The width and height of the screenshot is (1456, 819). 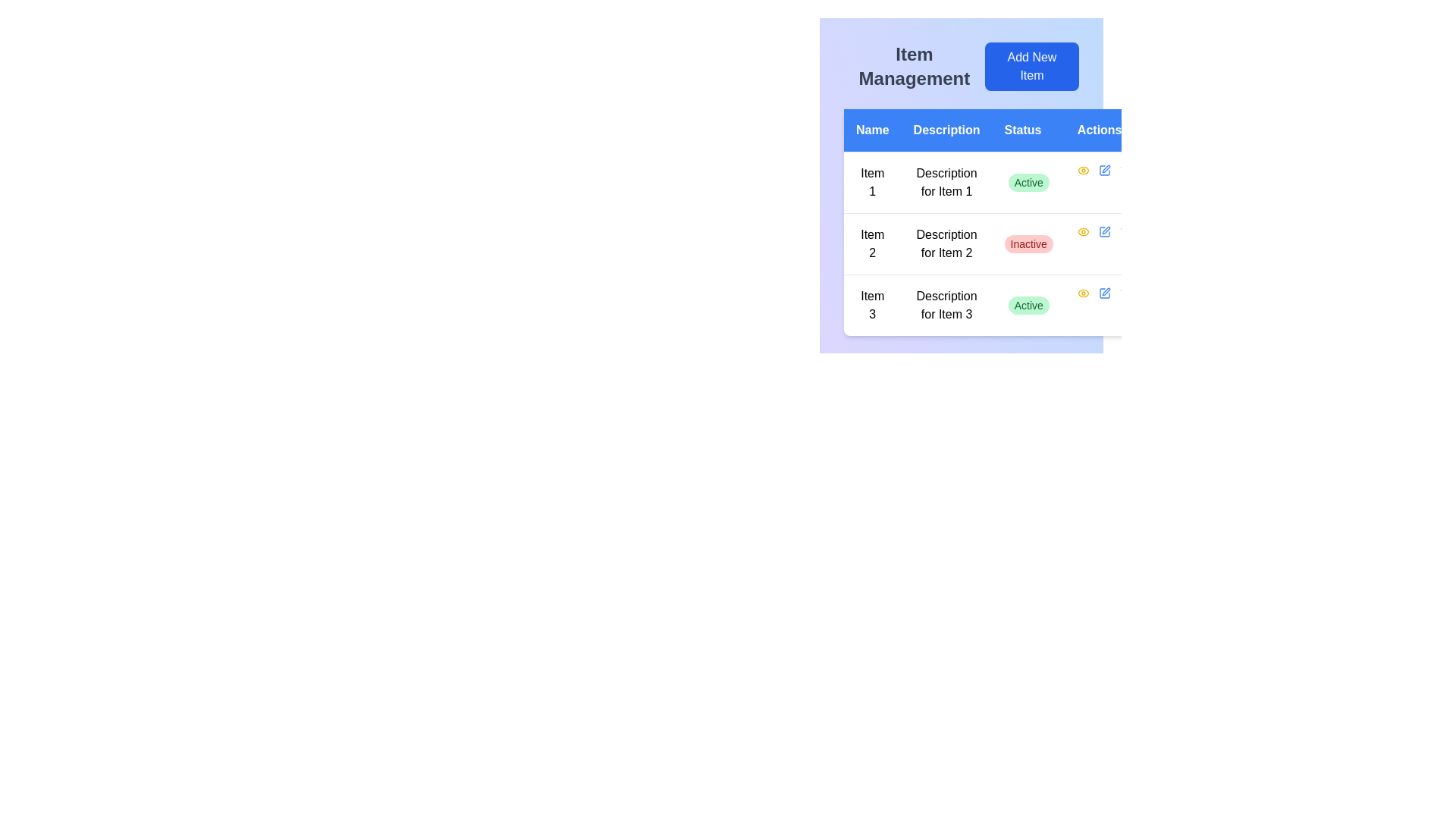 What do you see at coordinates (1104, 293) in the screenshot?
I see `the edit icon button, which resembles a square with a pen symbol, located in the 'Actions' column of the last row of the table layout` at bounding box center [1104, 293].